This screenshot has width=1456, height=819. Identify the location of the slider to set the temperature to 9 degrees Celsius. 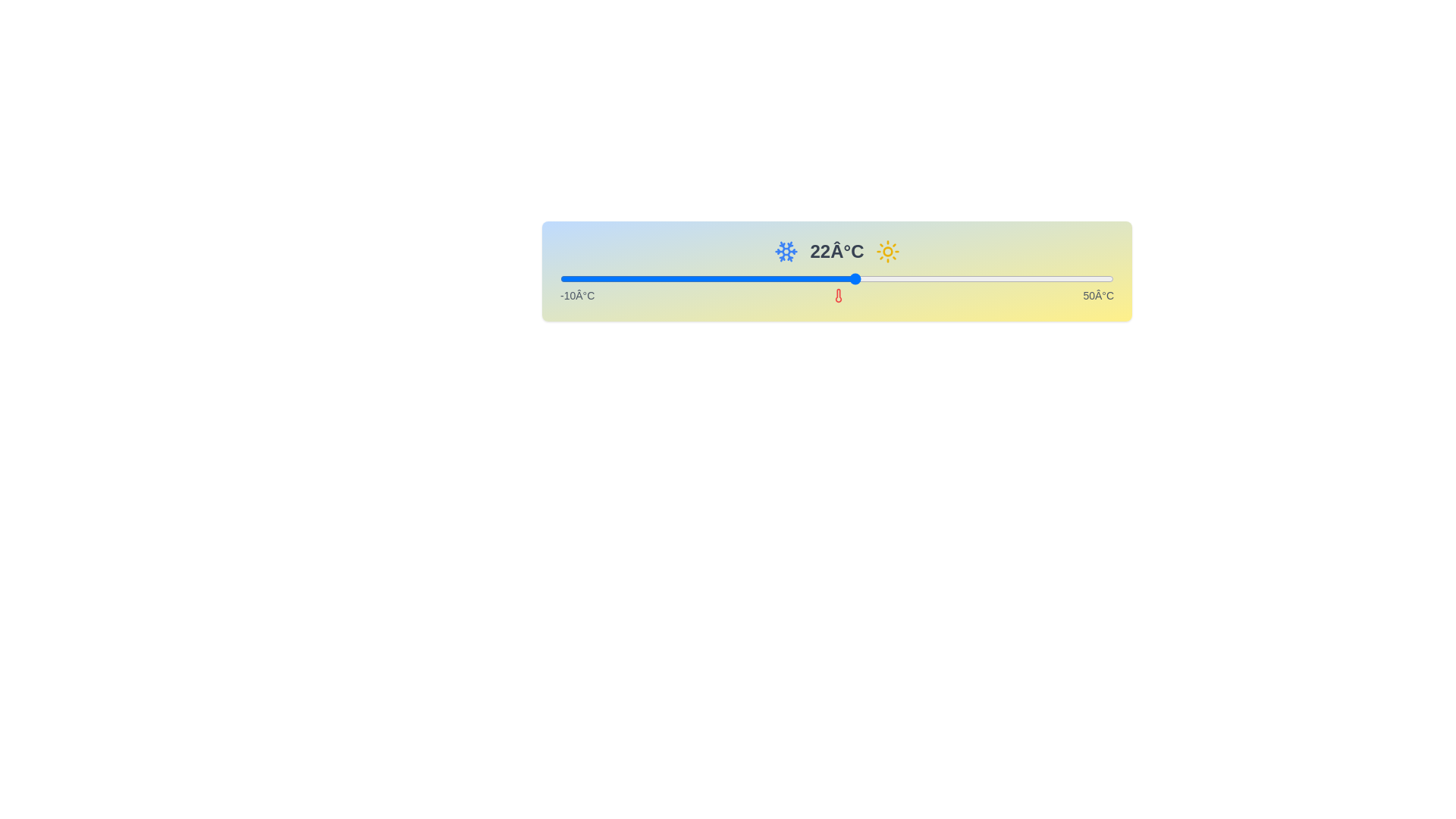
(736, 278).